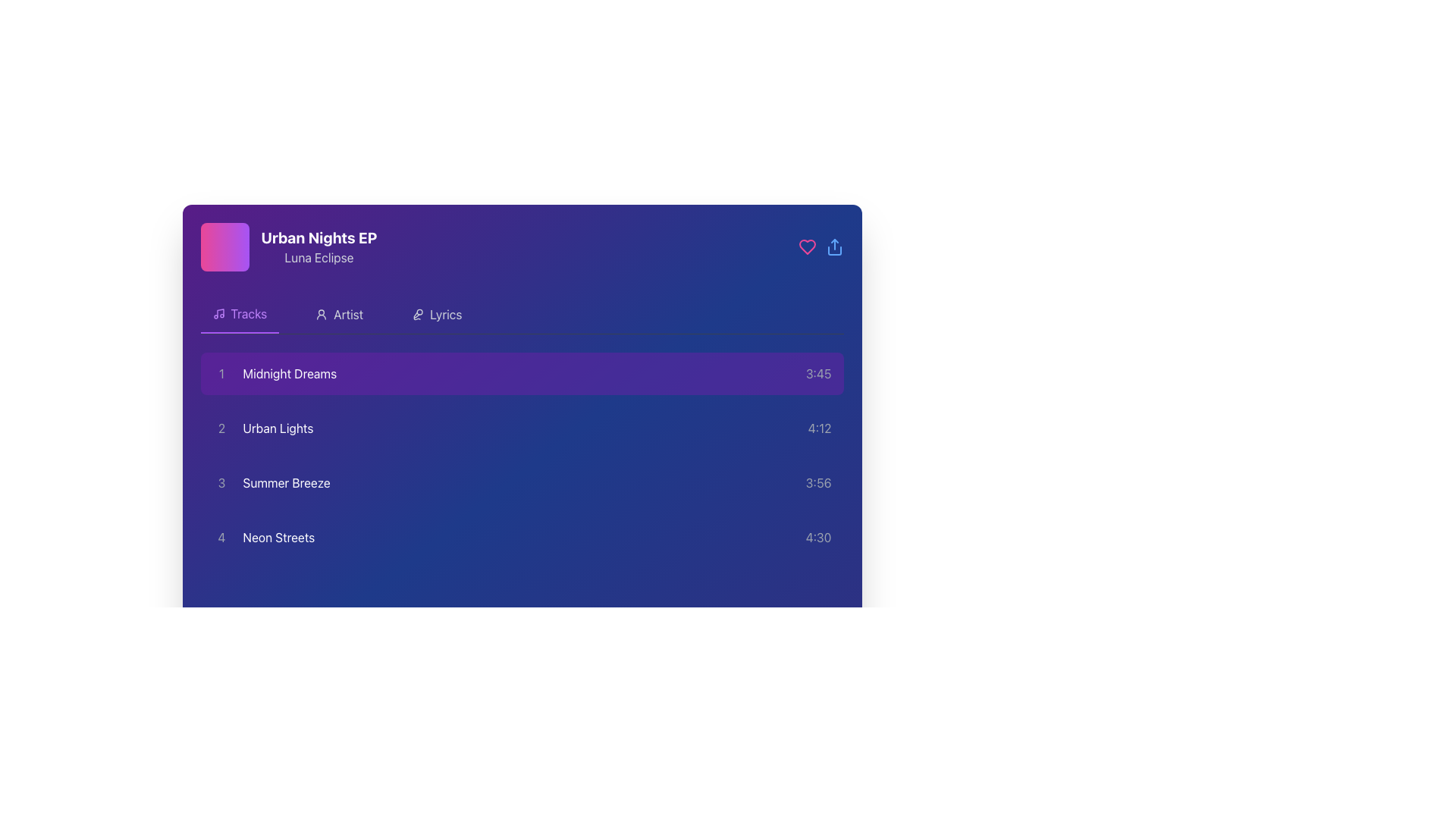 This screenshot has height=819, width=1456. Describe the element at coordinates (522, 428) in the screenshot. I see `the second button-like list item in the playlist that is positioned between '1 Midnight Dreams' and '3 Summer Breeze'` at that location.